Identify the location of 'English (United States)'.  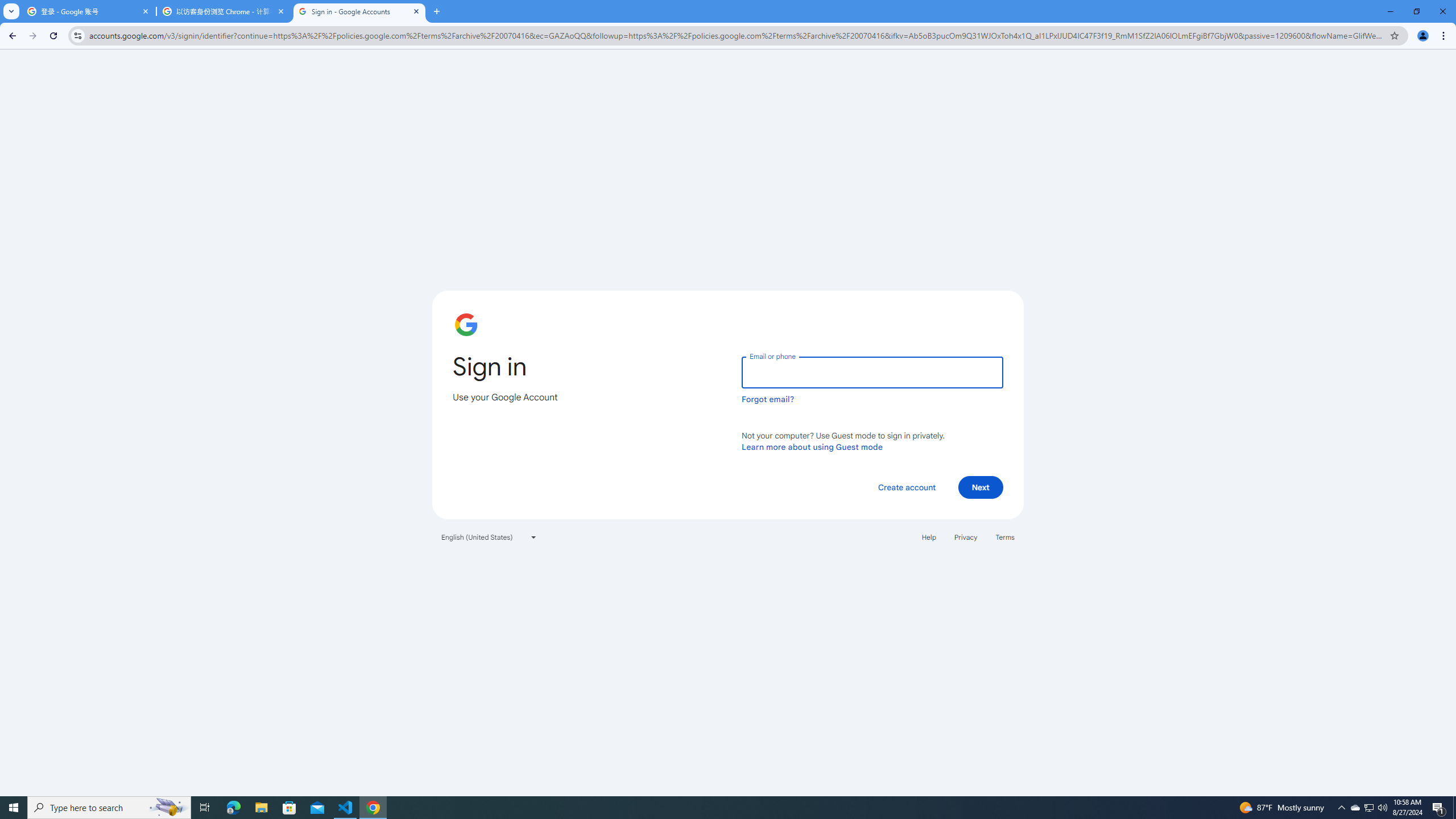
(489, 536).